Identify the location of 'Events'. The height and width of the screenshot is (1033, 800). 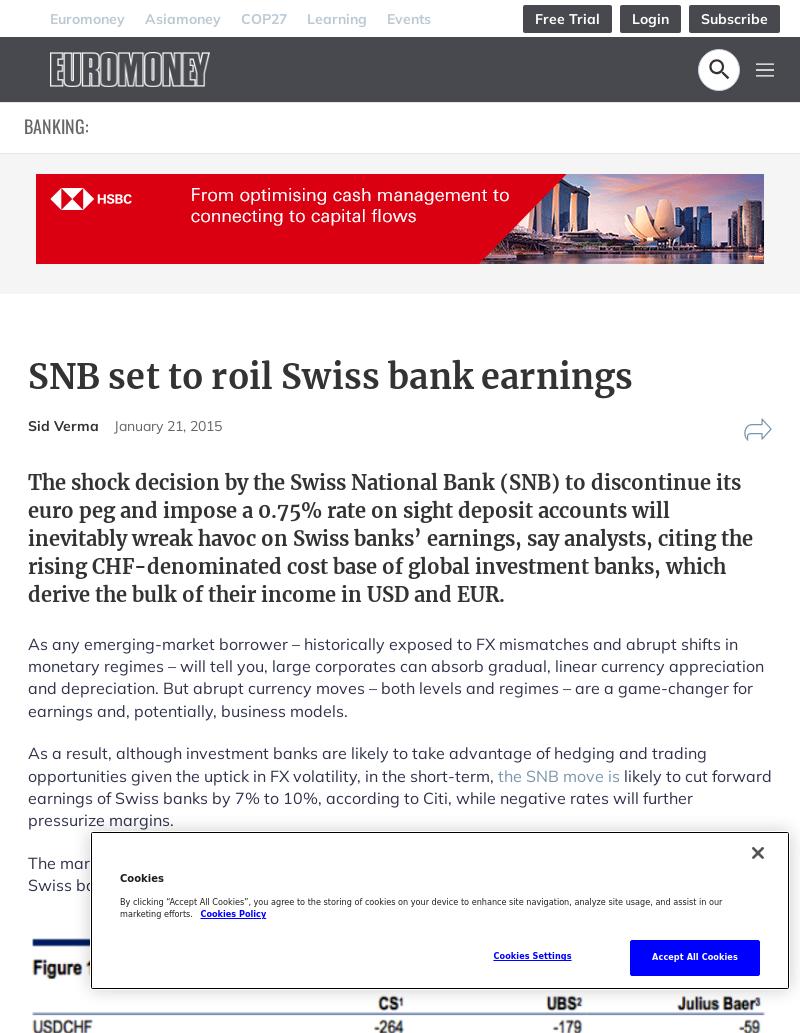
(408, 17).